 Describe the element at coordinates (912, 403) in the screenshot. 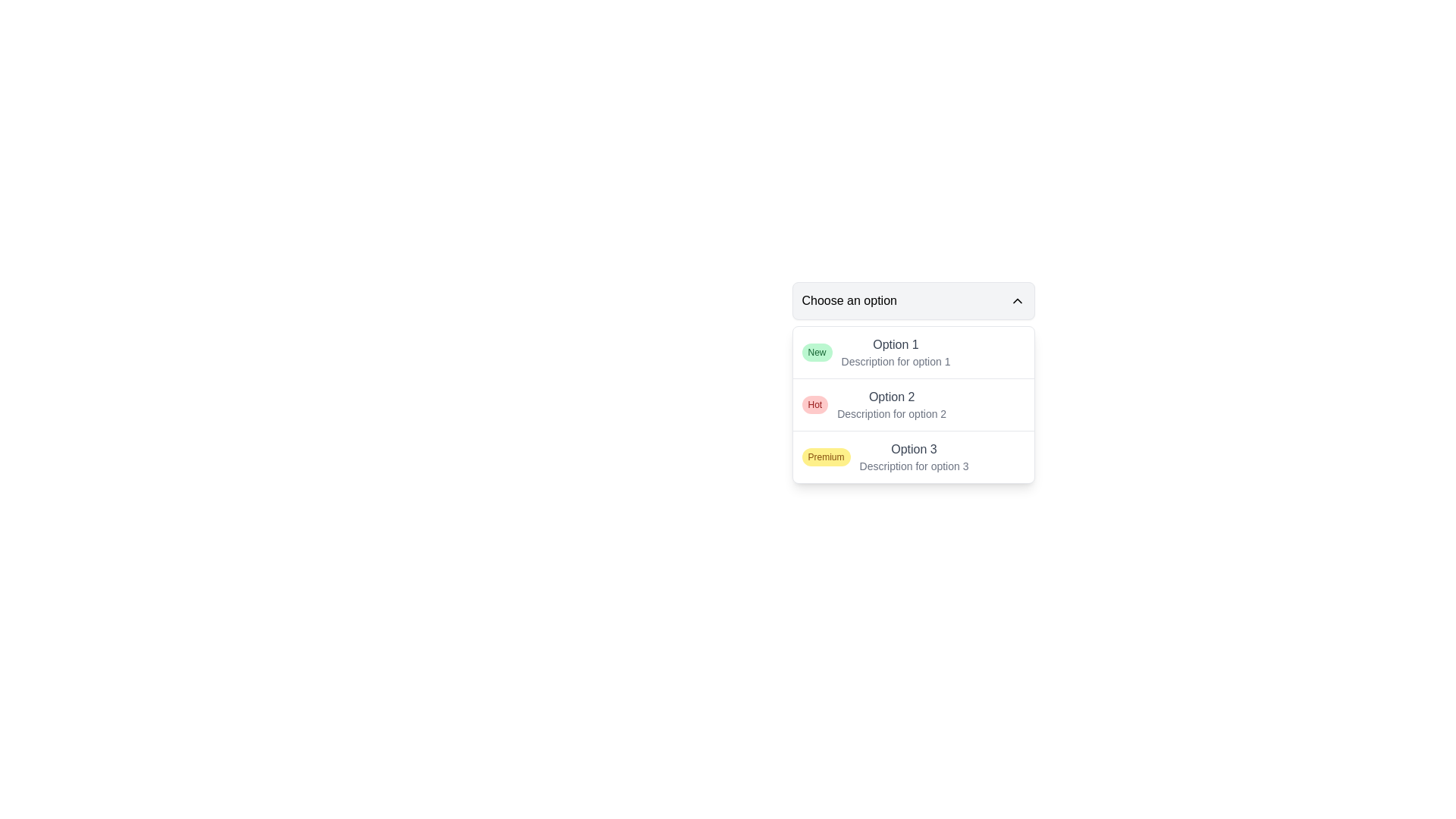

I see `text of the second selectable option in the vertical list, which is likely a recommended item, located in the dropdown or menu panel` at that location.